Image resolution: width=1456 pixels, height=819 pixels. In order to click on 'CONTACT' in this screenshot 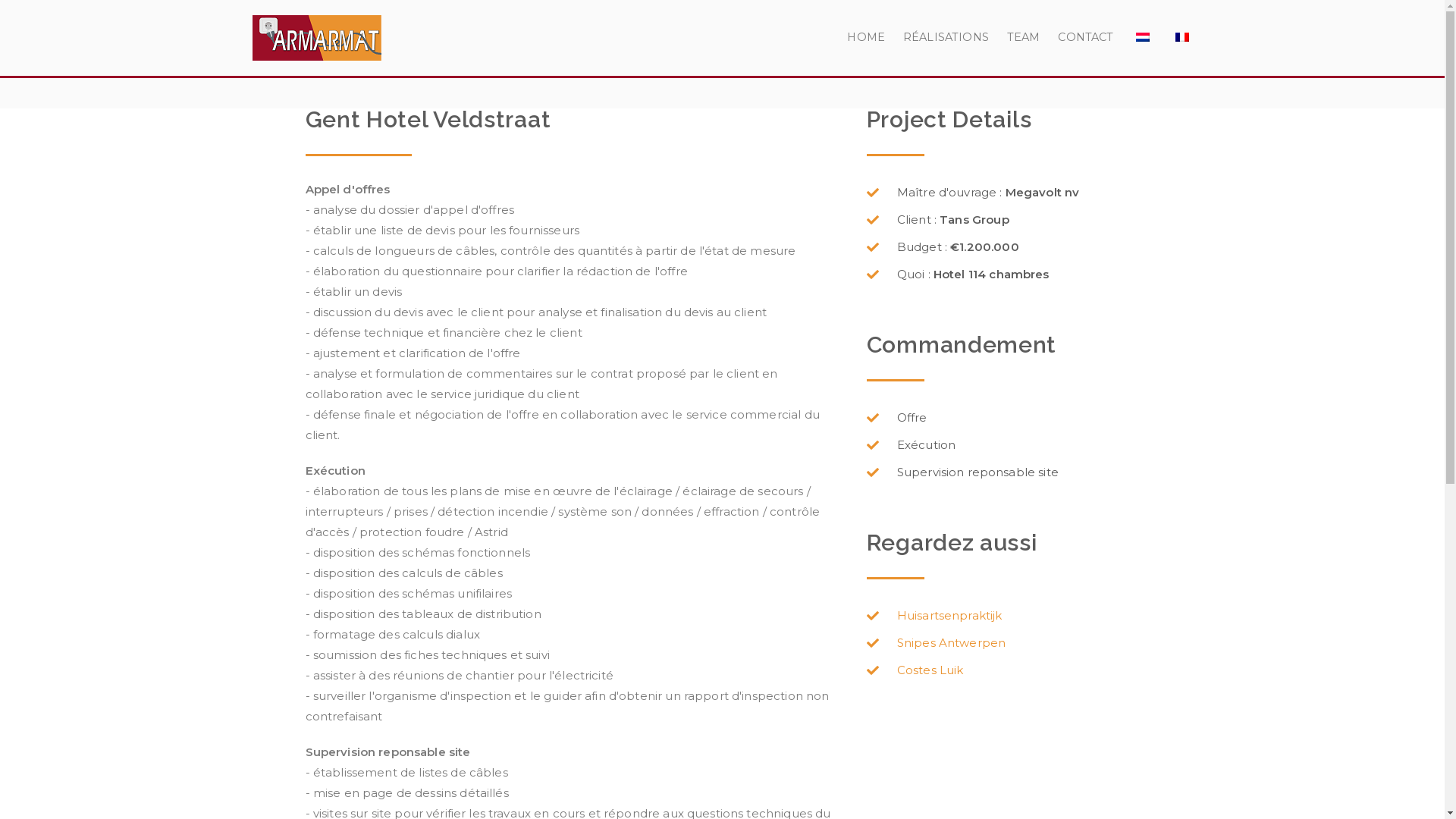, I will do `click(1057, 37)`.